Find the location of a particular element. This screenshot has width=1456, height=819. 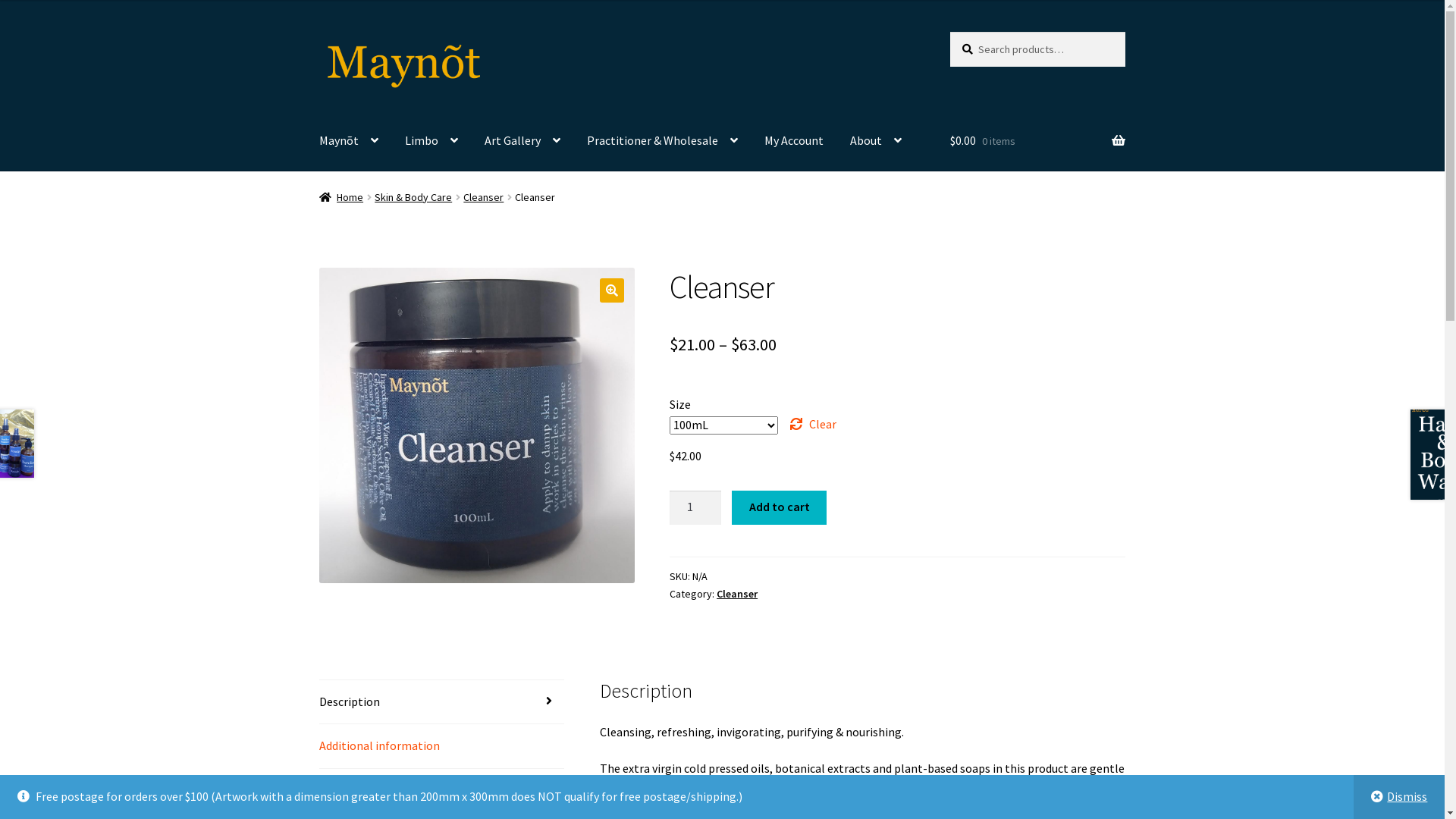

'My Account' is located at coordinates (792, 140).